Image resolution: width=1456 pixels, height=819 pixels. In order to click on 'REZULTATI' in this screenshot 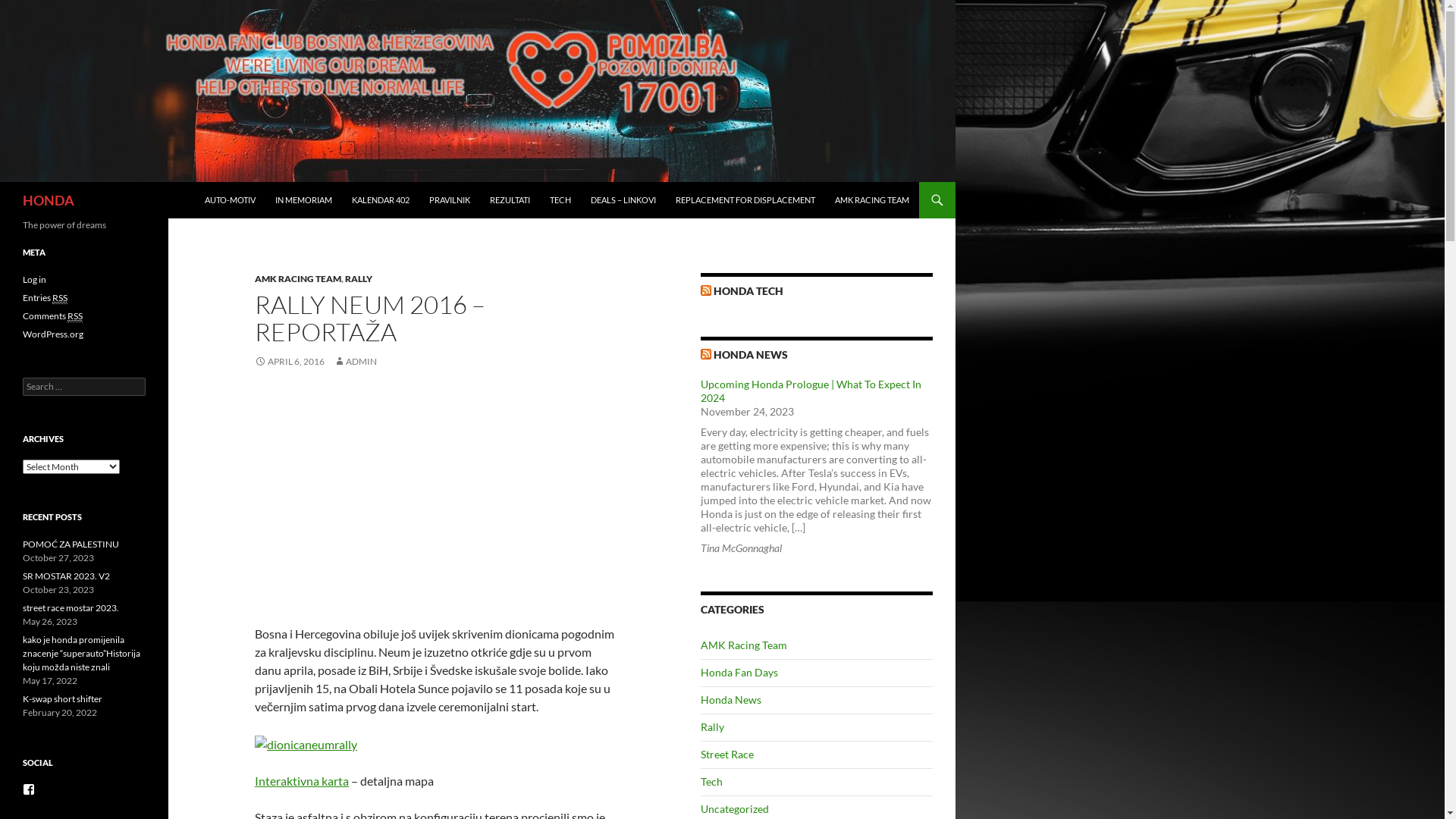, I will do `click(510, 199)`.